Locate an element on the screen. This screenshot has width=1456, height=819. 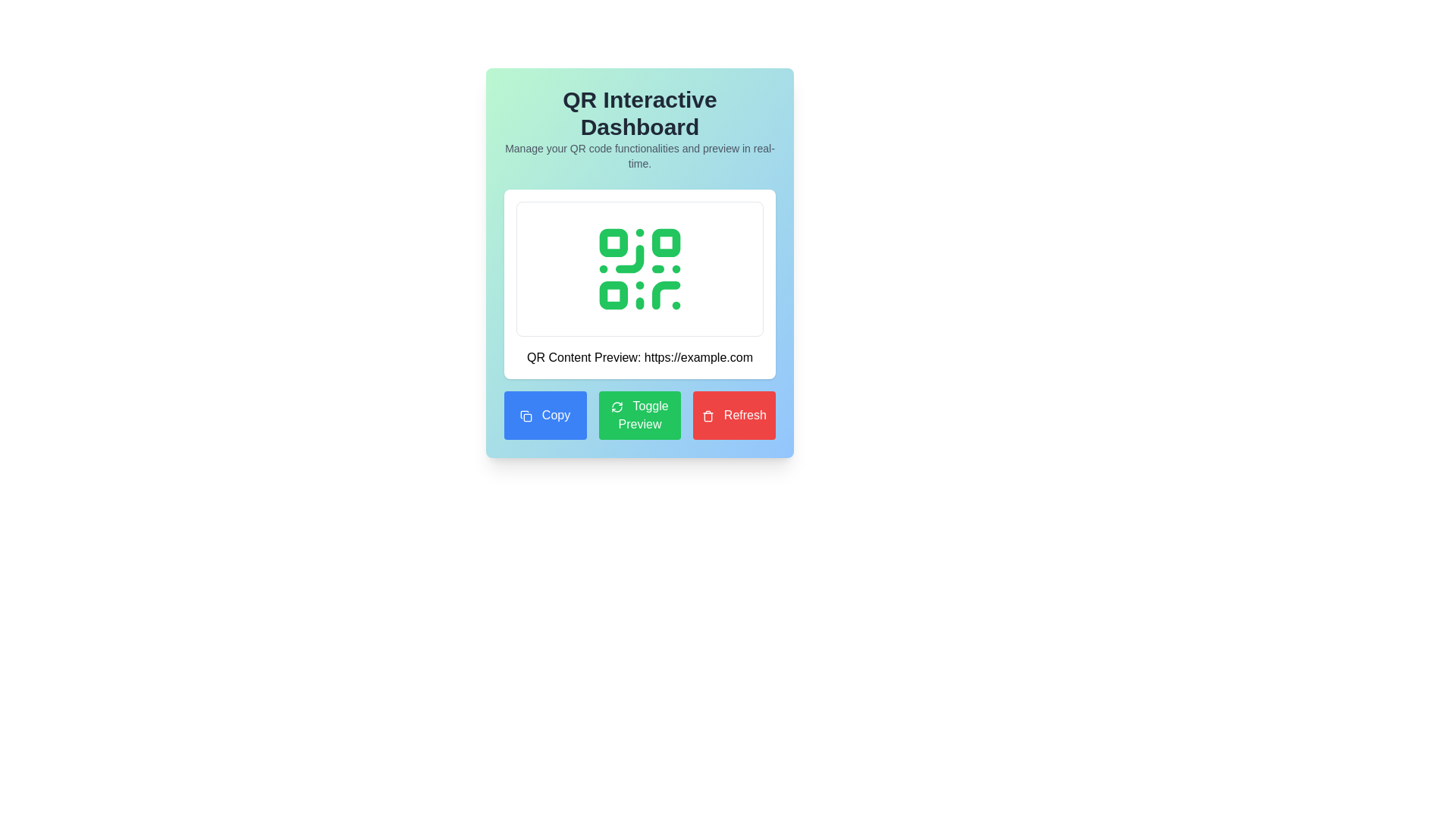
the title text 'QR Interactive Dashboard' which is styled with a bold and large font, located at the center-top of the interface is located at coordinates (640, 113).